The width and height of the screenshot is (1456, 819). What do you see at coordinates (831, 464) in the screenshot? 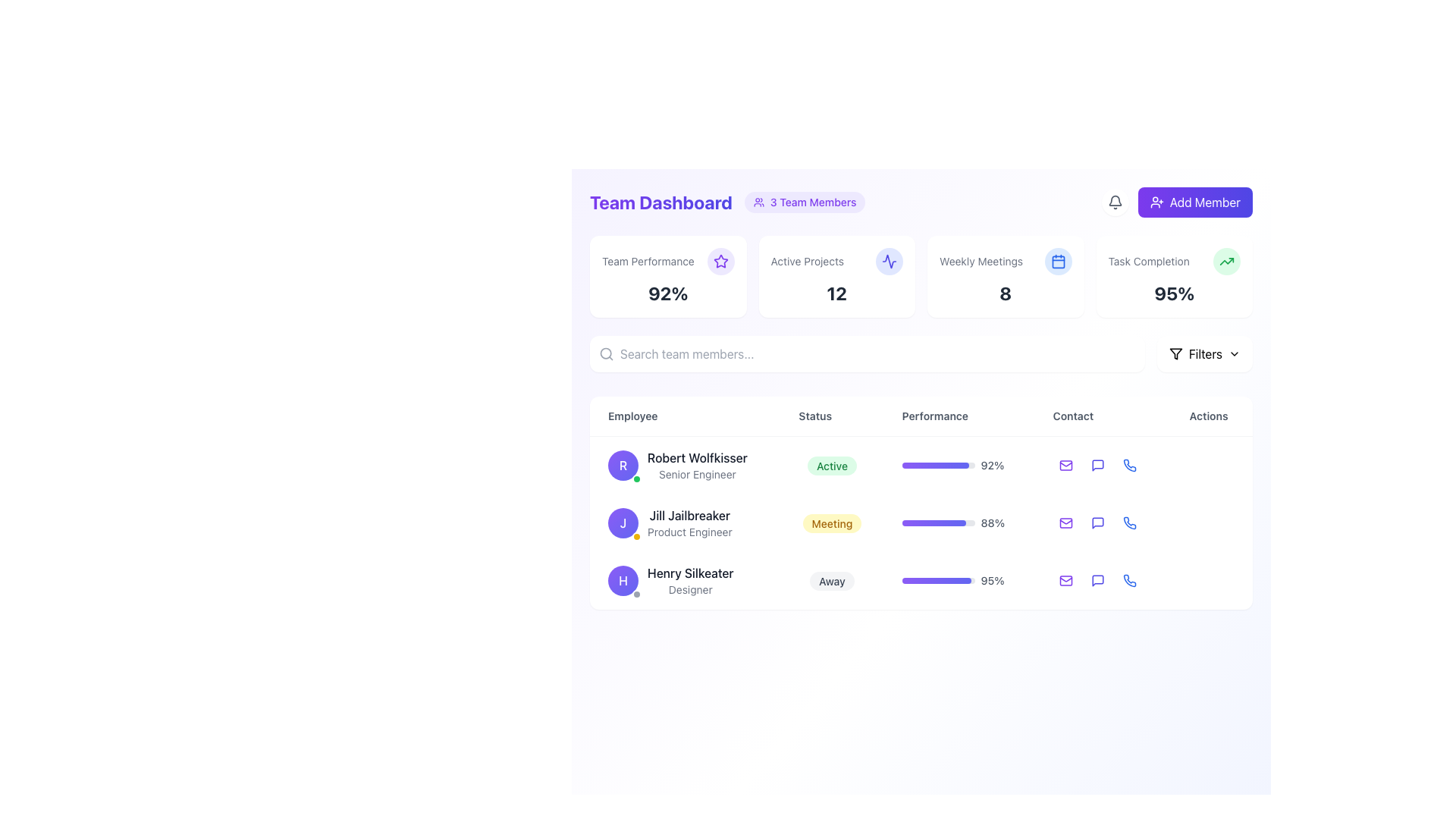
I see `text content of the green badge labeled 'Active' located in the second column of the row for employee 'Robert Wolfkisser (Senior Engineer)' in the 'Team Dashboard'` at bounding box center [831, 464].